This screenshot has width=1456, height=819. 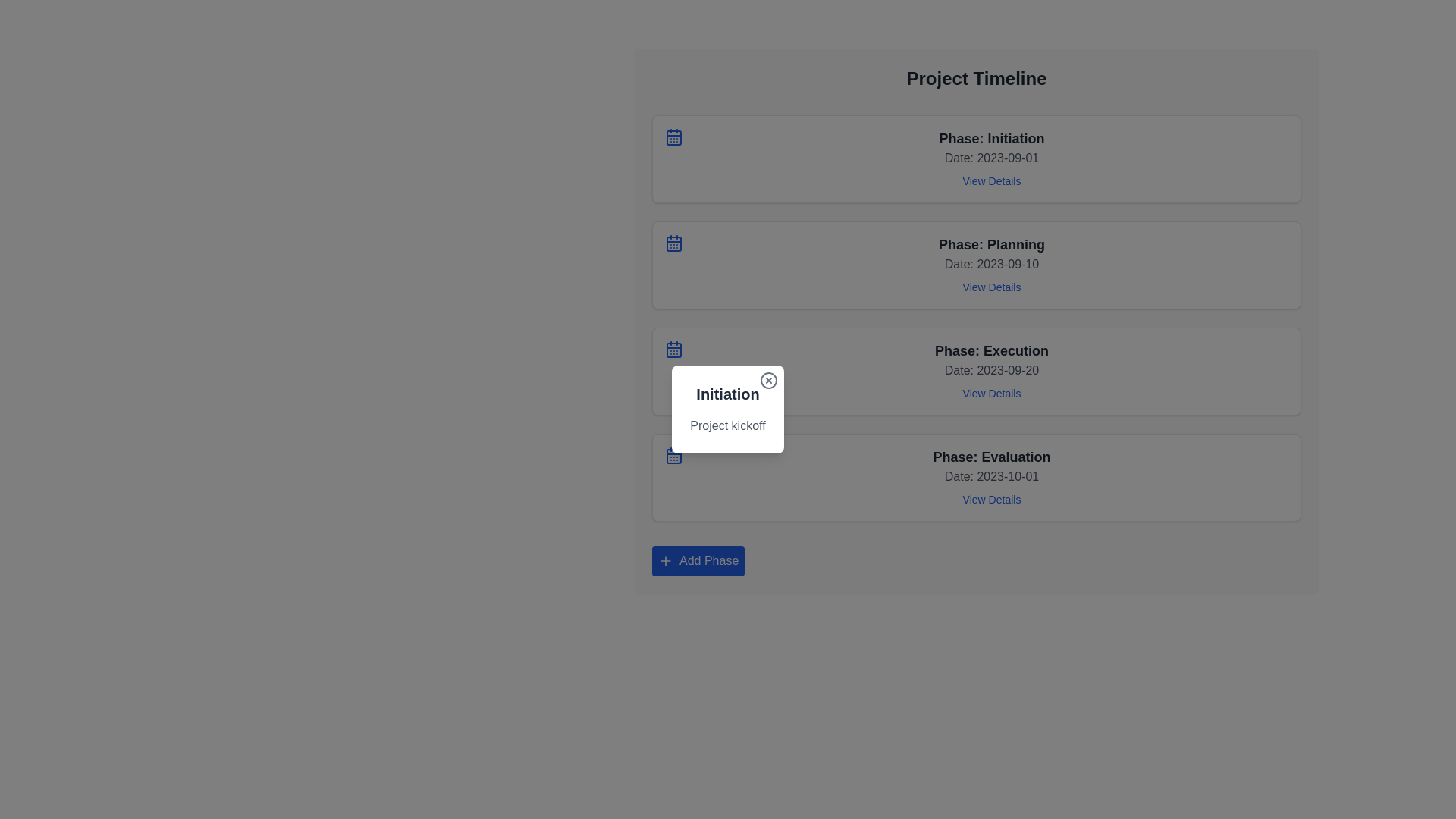 I want to click on the static metadata text label that indicates the date related to the execution phase of a project, positioned beneath the 'Phase: Execution' label and above the 'View Details' link, so click(x=992, y=371).